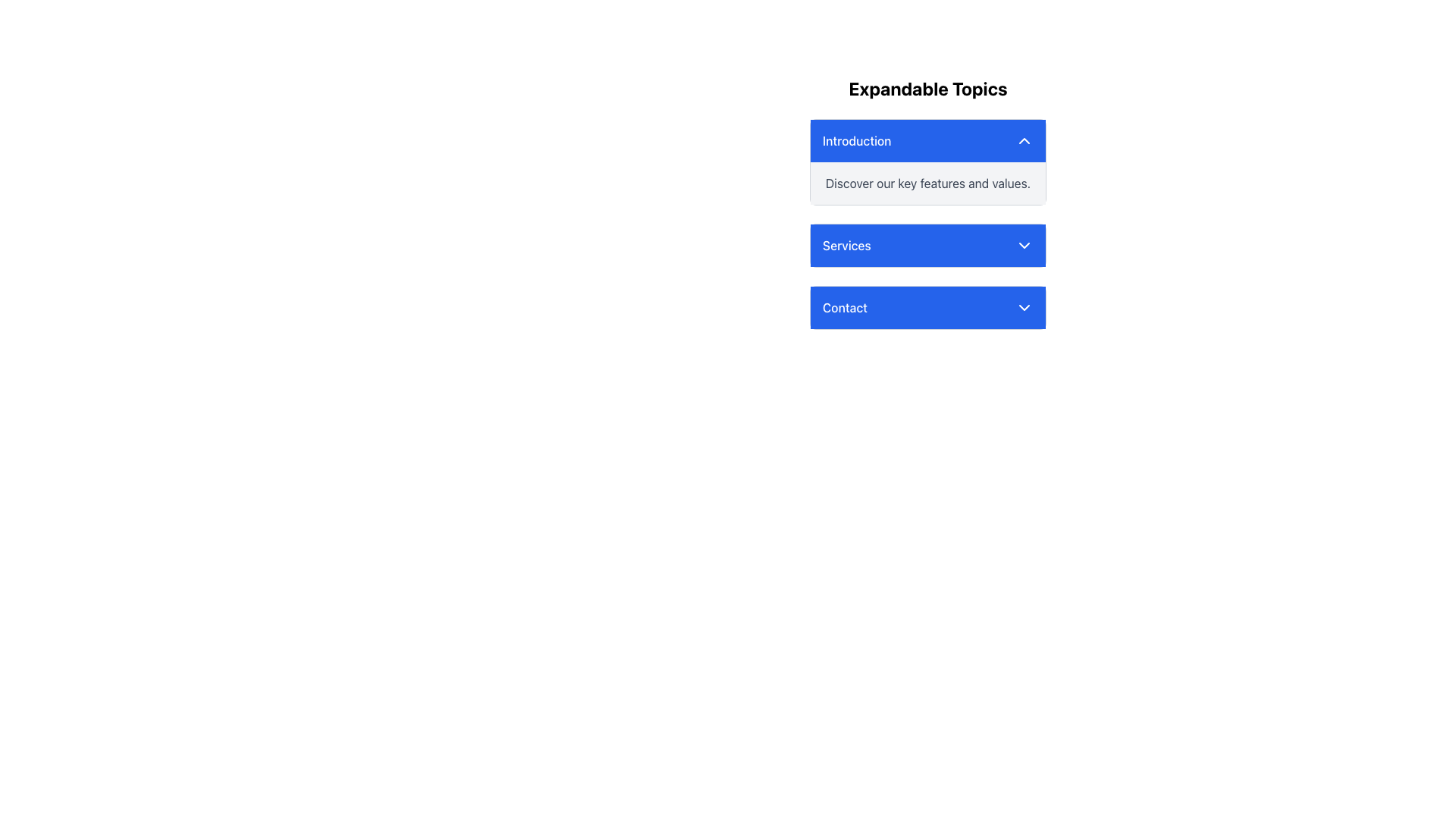  Describe the element at coordinates (927, 162) in the screenshot. I see `the header of the first expandable panel titled 'Introduction'` at that location.